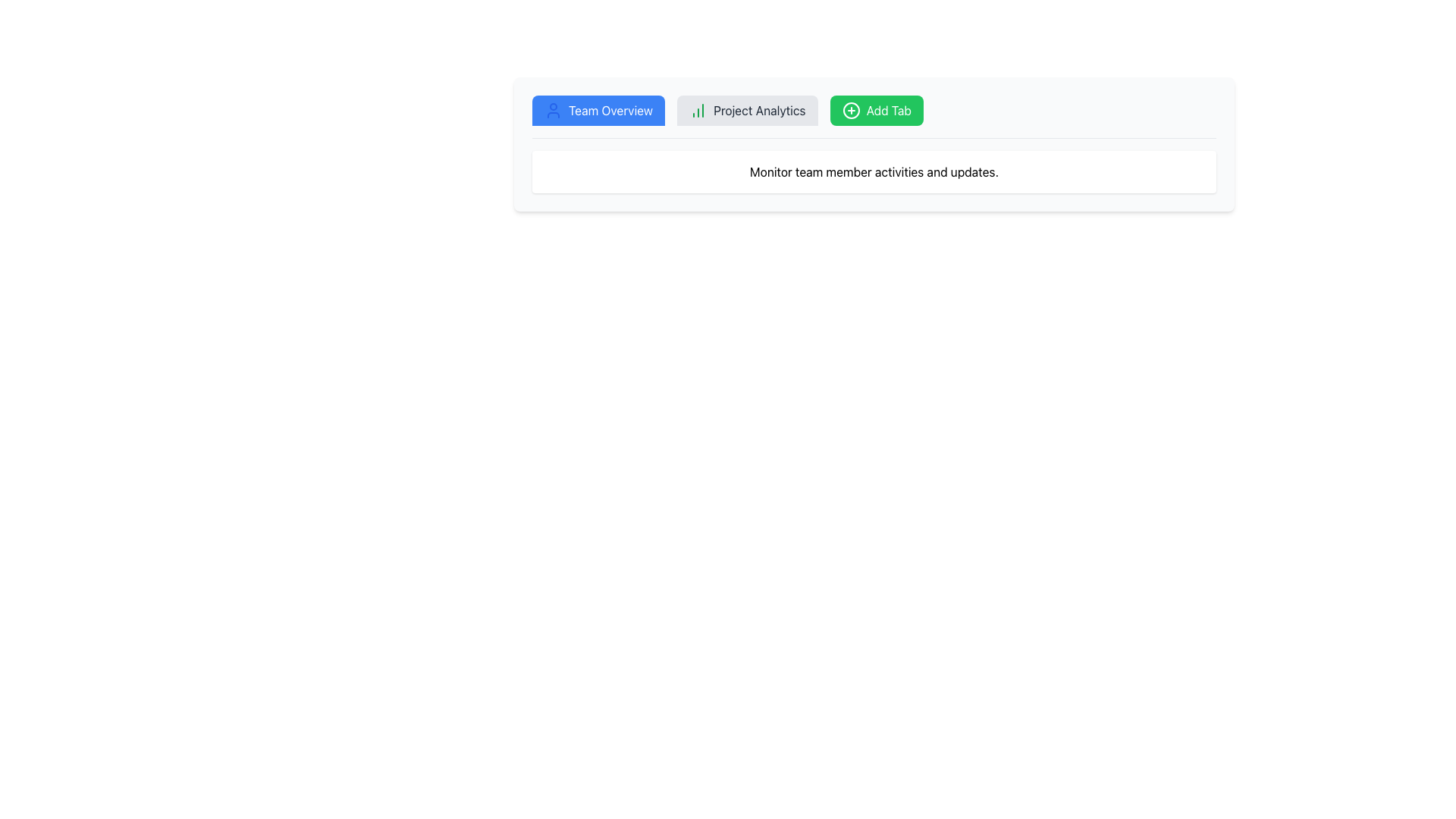 Image resolution: width=1456 pixels, height=819 pixels. Describe the element at coordinates (877, 110) in the screenshot. I see `the 'Add Tab' button located at the rightmost position in the top navigation section of the interface` at that location.